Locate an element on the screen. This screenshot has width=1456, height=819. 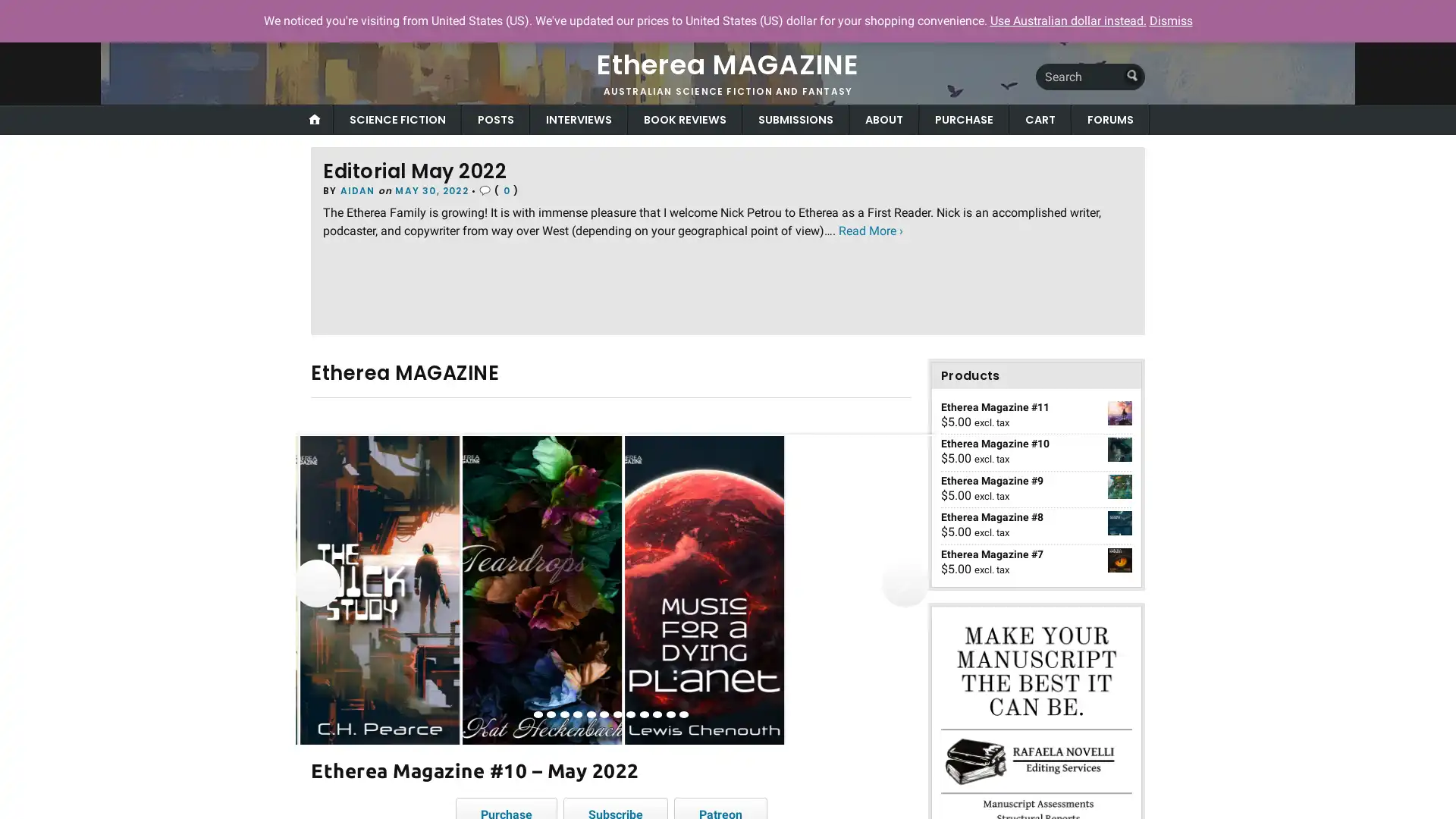
view image 8 of 12 in carousel is located at coordinates (630, 714).